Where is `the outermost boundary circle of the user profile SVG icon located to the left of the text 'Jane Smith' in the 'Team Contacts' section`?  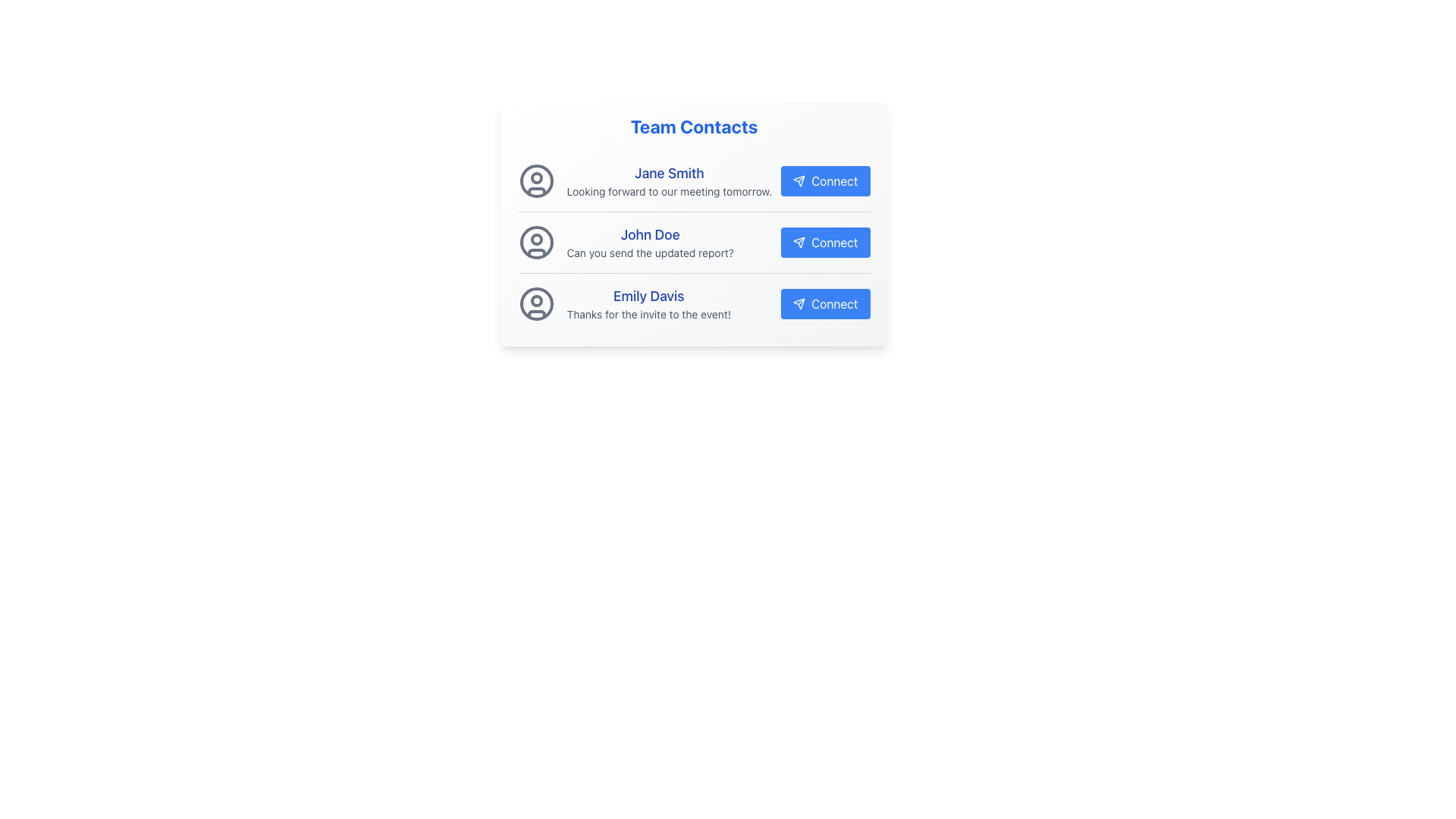 the outermost boundary circle of the user profile SVG icon located to the left of the text 'Jane Smith' in the 'Team Contacts' section is located at coordinates (536, 180).